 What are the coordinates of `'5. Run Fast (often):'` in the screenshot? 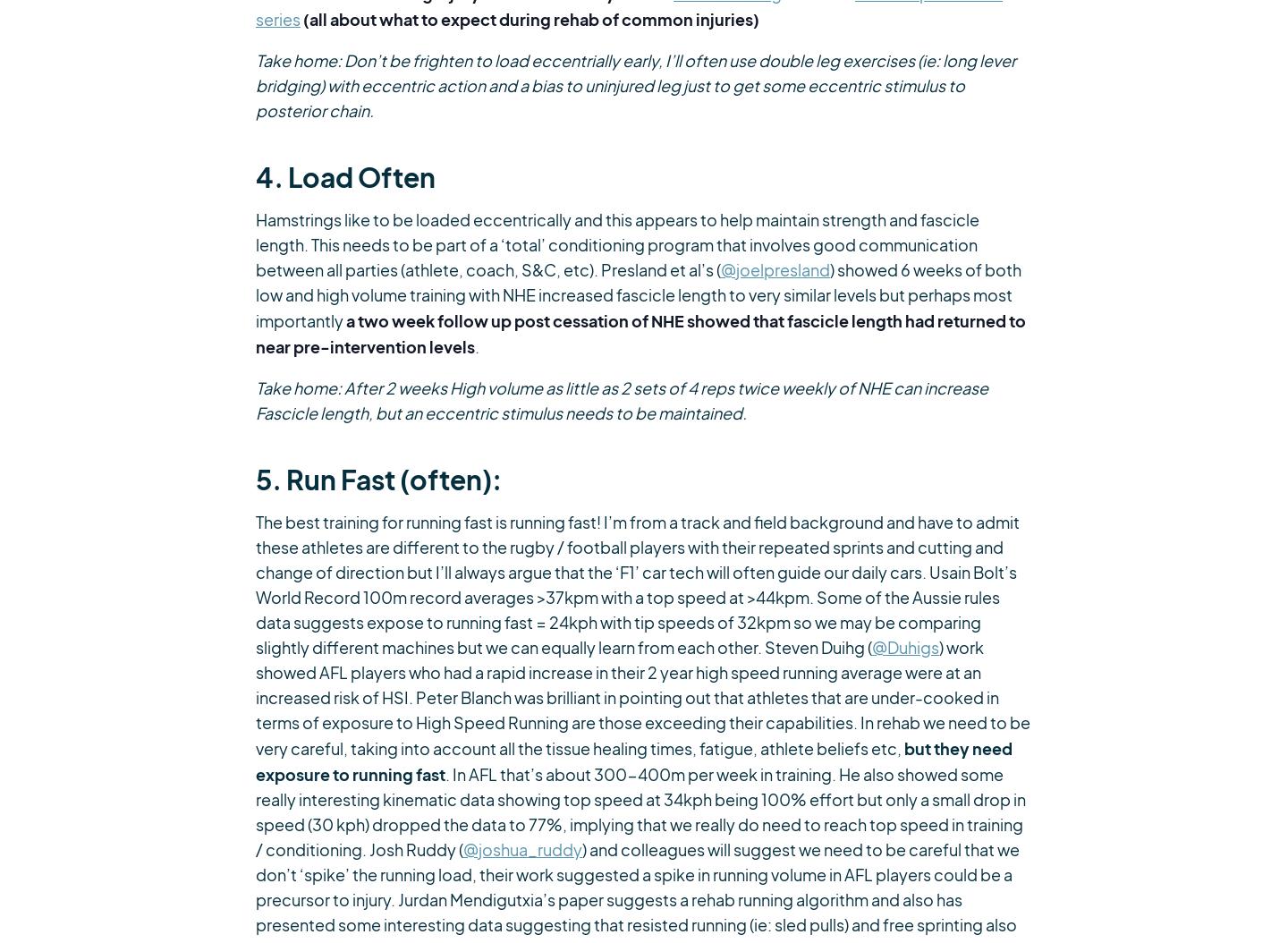 It's located at (378, 479).